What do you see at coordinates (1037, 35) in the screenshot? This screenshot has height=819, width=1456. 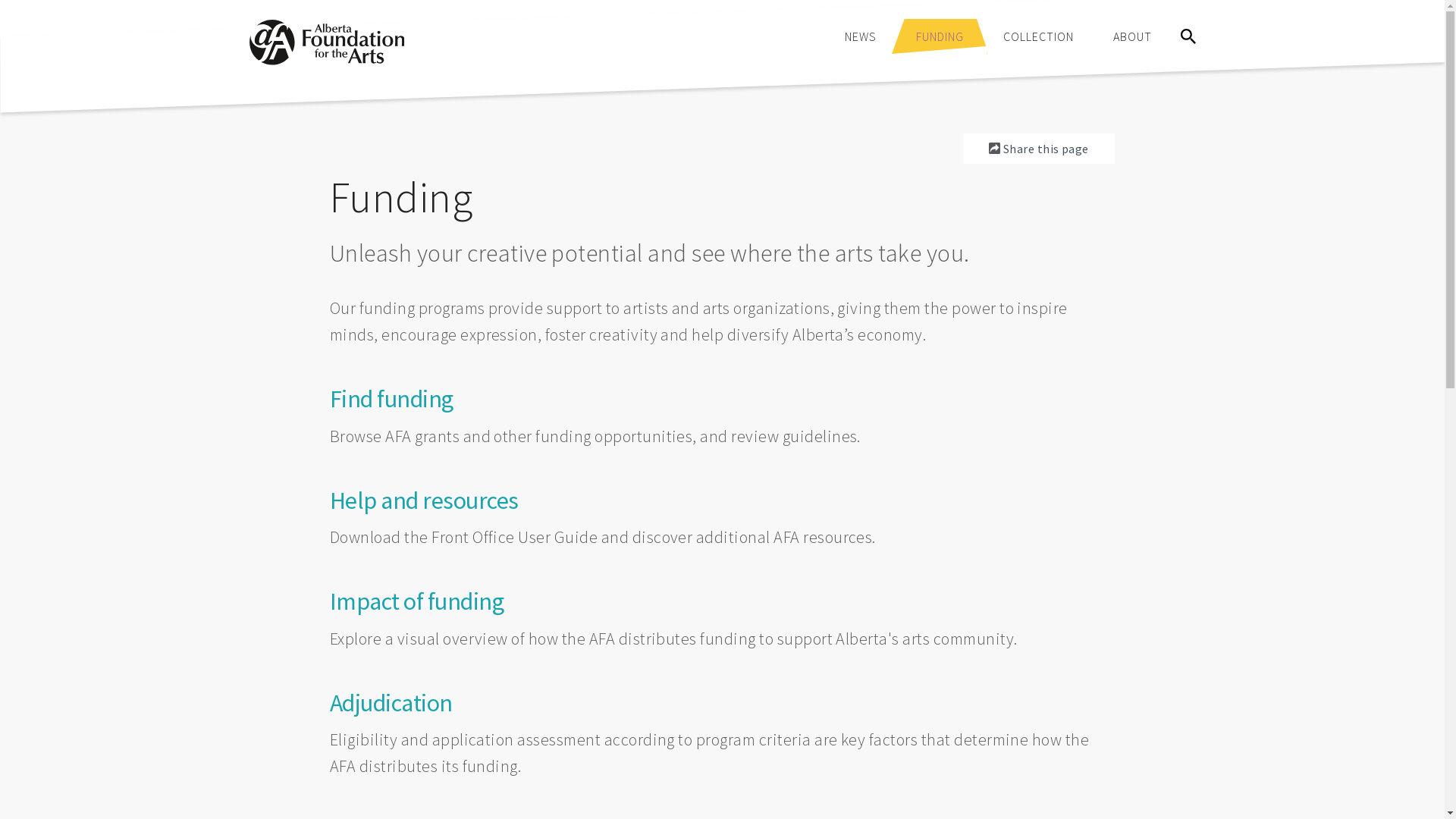 I see `'COLLECTION'` at bounding box center [1037, 35].